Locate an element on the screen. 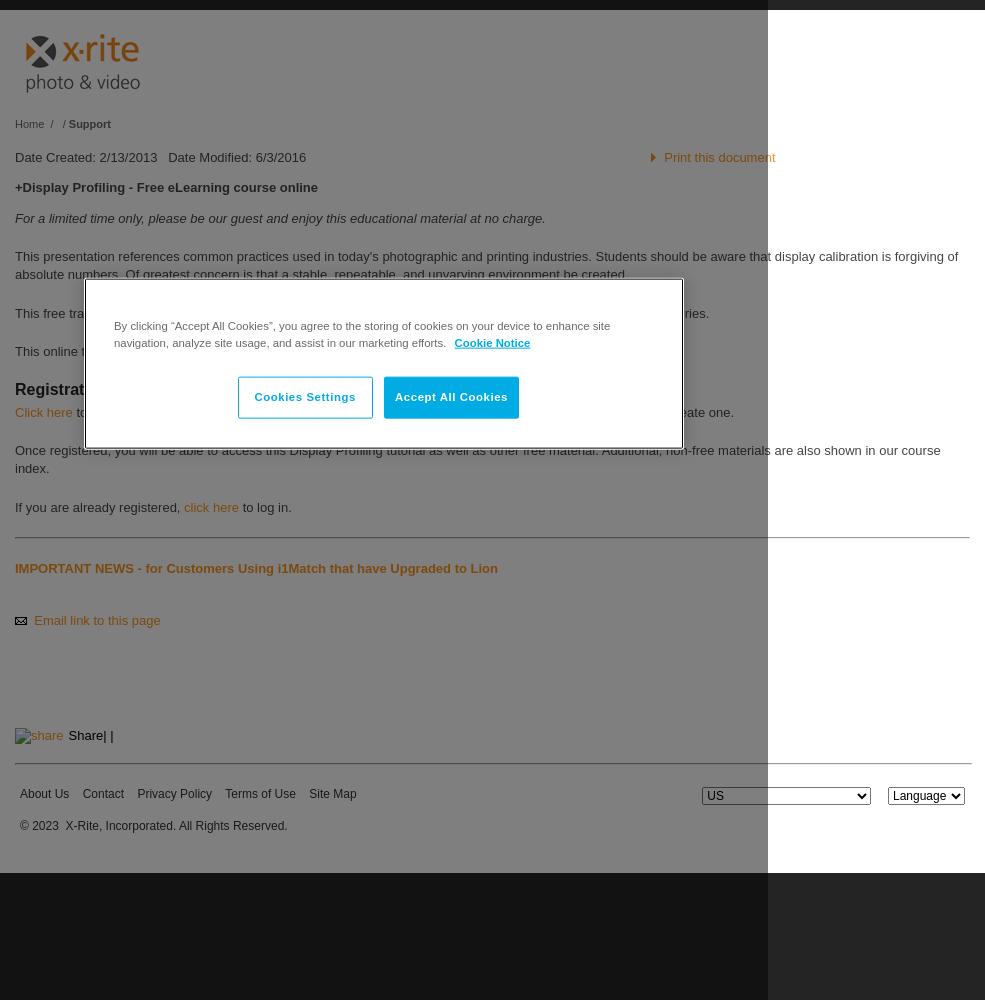  'to enter our new eLearning center. If you do not have an account, the registration process will help you create one.' is located at coordinates (401, 411).